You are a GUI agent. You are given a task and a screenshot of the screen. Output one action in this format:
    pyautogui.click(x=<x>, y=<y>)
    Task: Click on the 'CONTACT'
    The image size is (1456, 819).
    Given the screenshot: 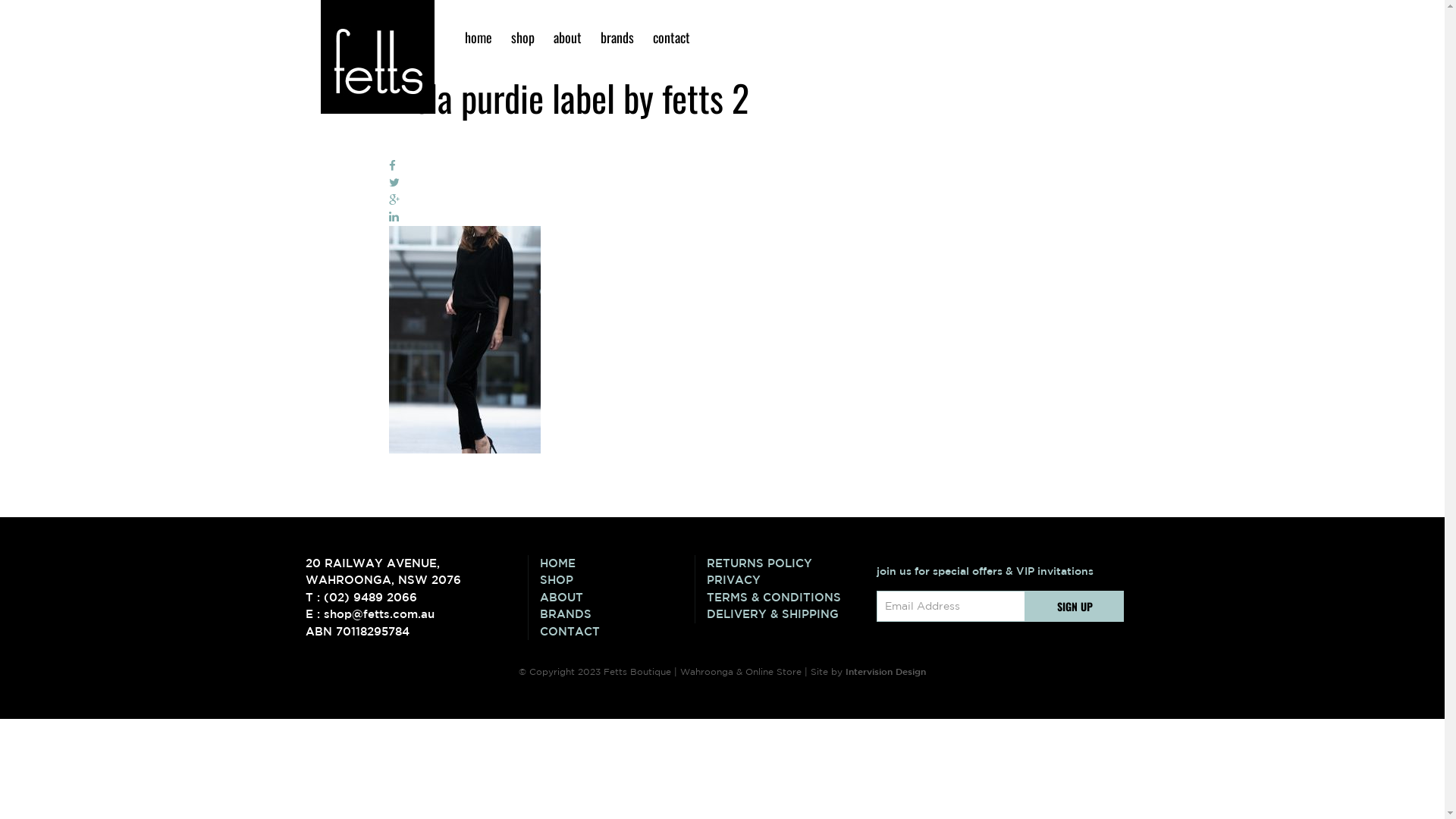 What is the action you would take?
    pyautogui.click(x=617, y=632)
    